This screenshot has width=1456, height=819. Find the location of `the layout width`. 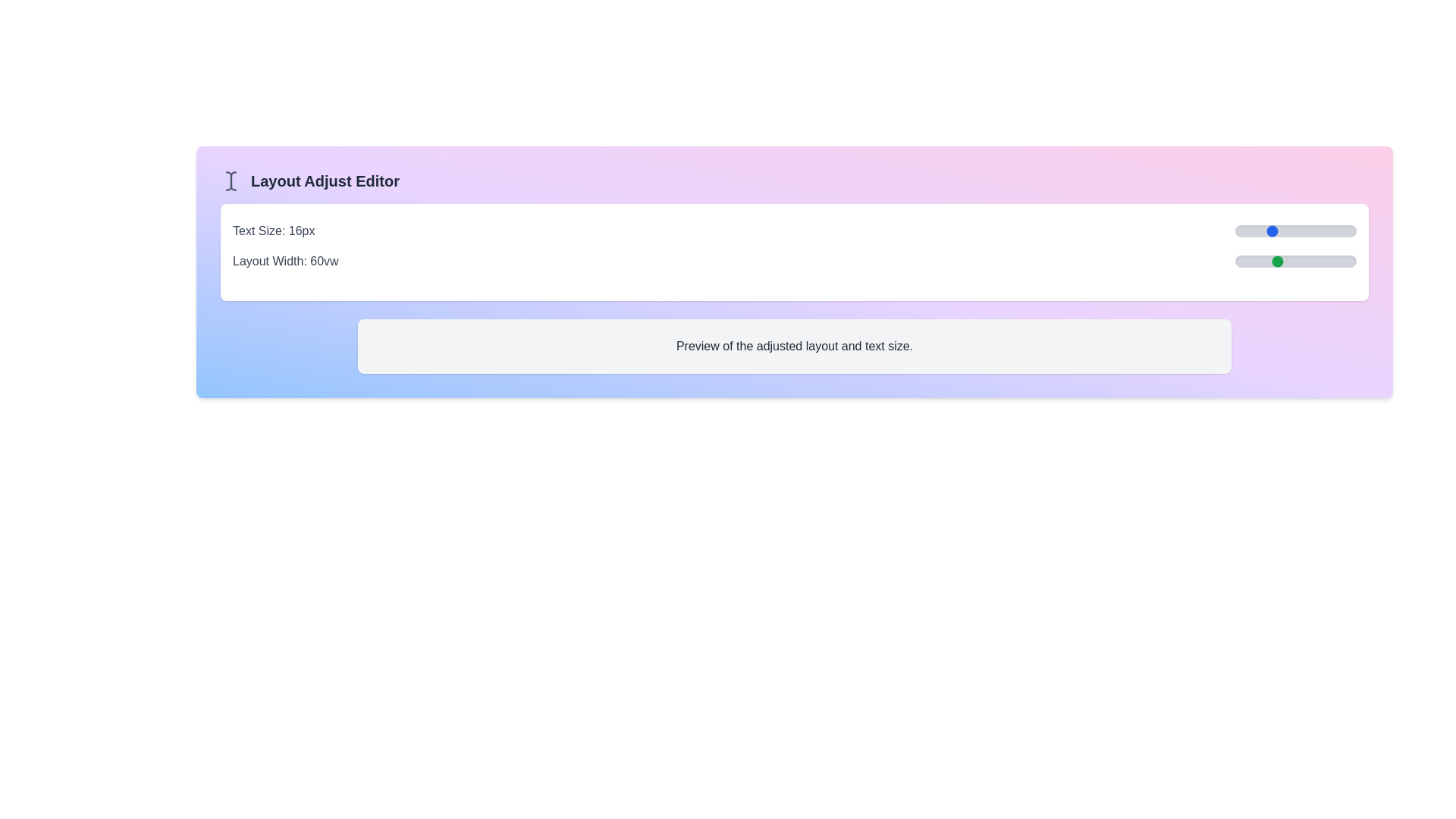

the layout width is located at coordinates (1255, 260).